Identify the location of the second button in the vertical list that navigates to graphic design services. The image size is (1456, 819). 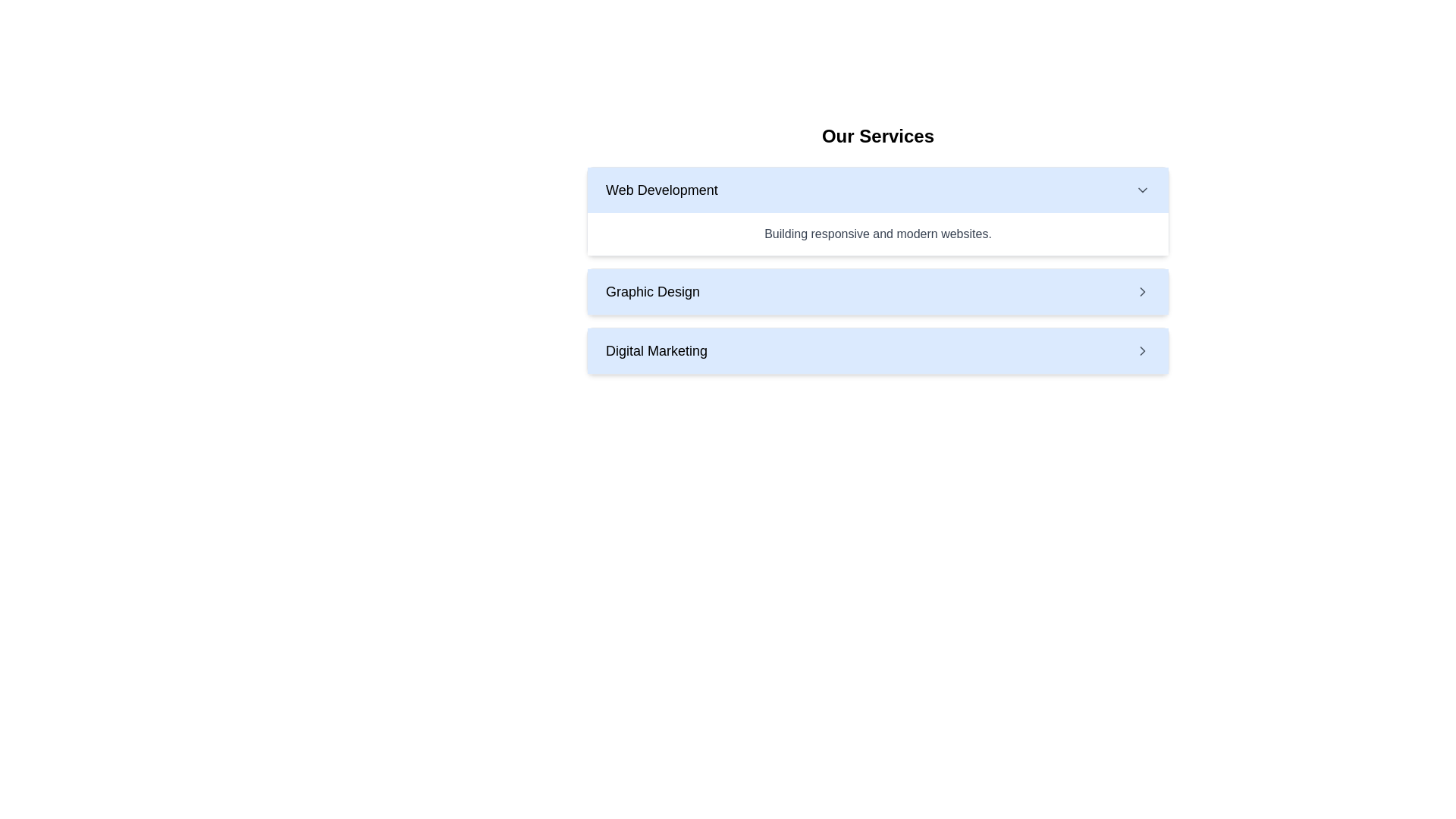
(877, 292).